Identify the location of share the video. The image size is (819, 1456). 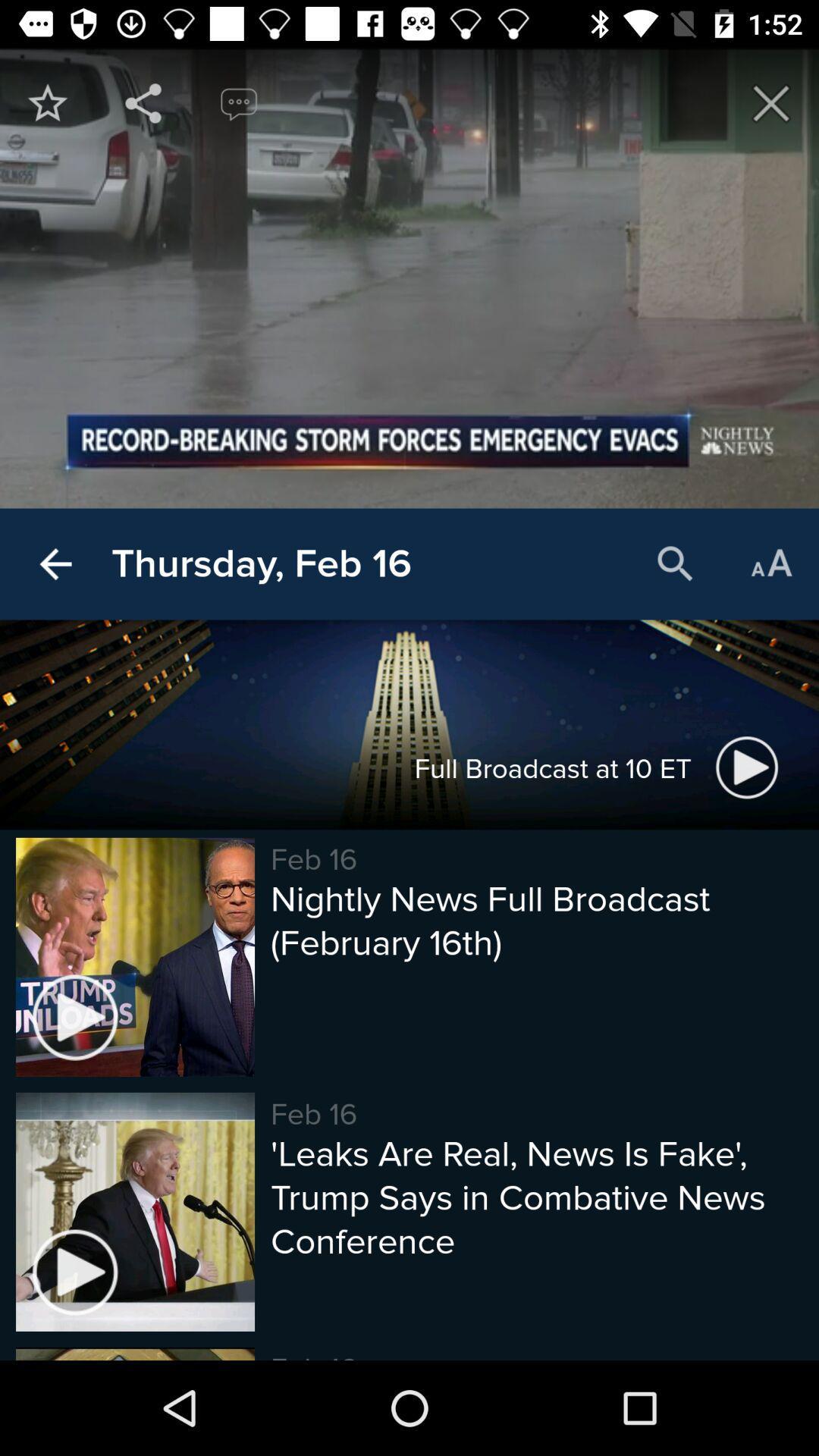
(143, 102).